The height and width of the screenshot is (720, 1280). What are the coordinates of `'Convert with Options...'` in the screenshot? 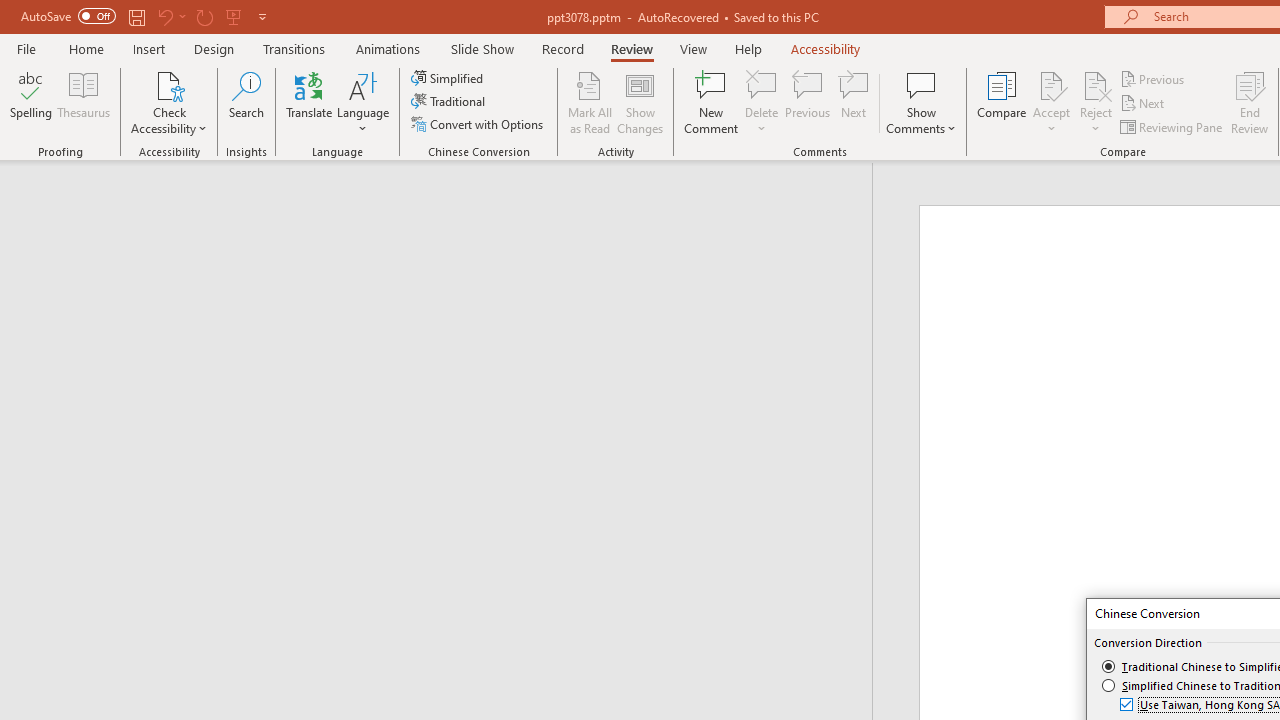 It's located at (478, 124).